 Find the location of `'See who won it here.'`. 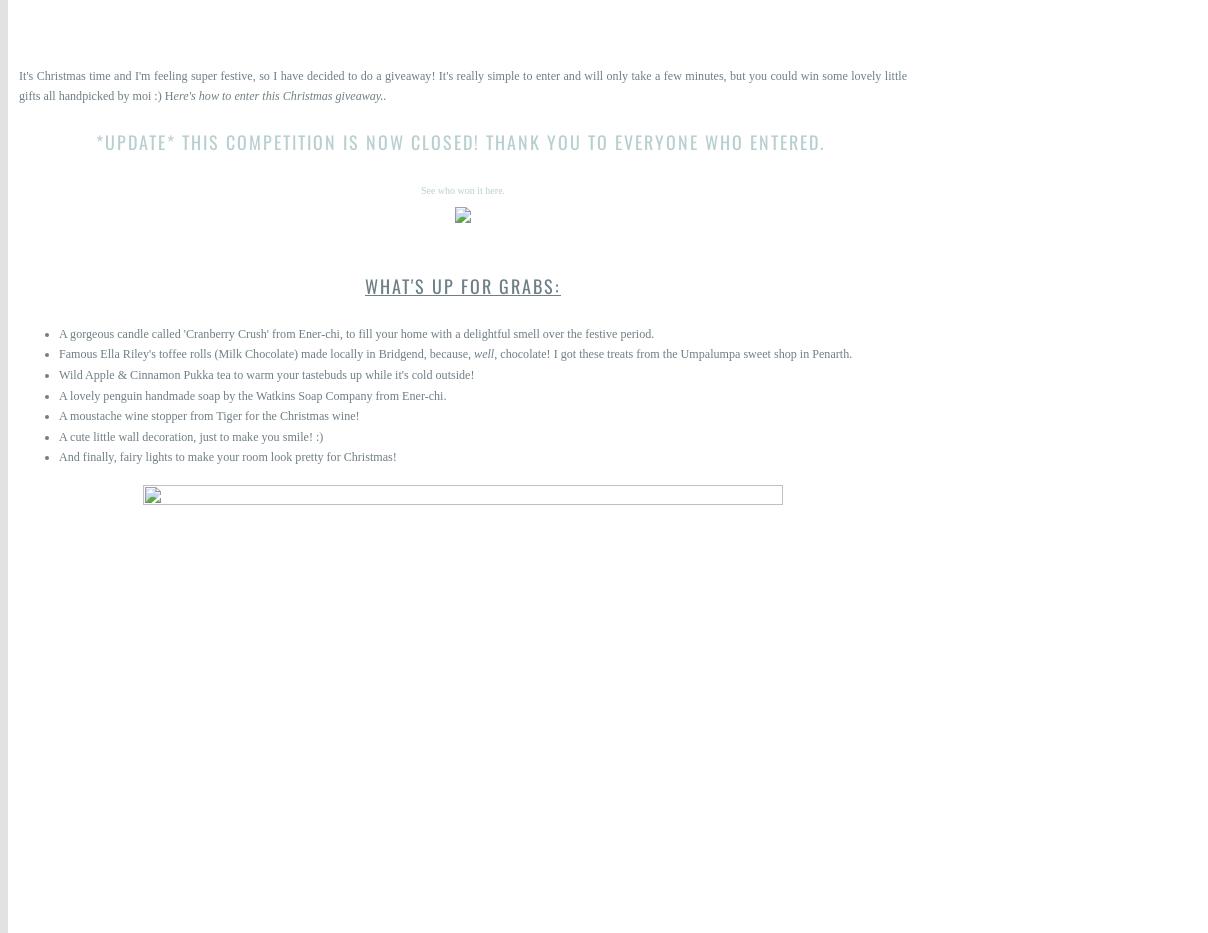

'See who won it here.' is located at coordinates (462, 190).